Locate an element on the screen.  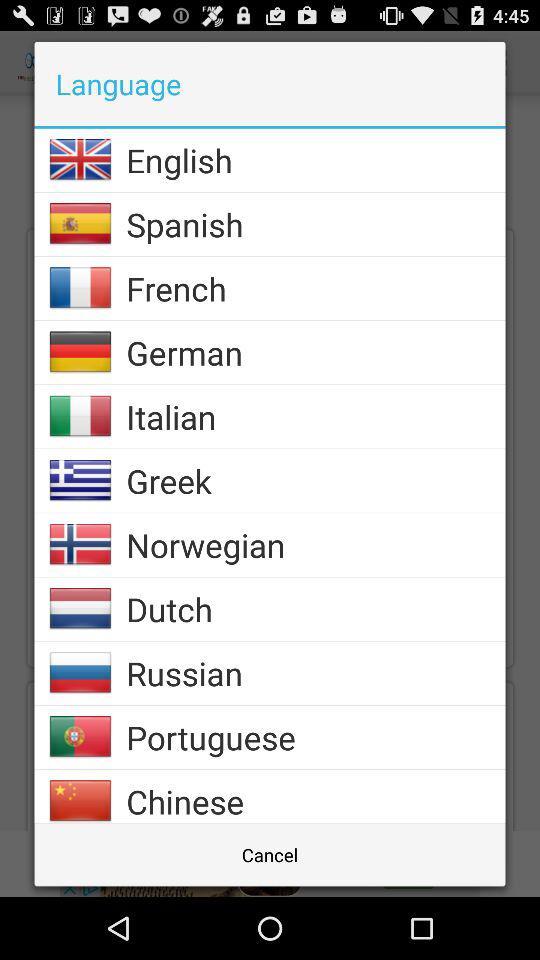
item below the dutch item is located at coordinates (315, 673).